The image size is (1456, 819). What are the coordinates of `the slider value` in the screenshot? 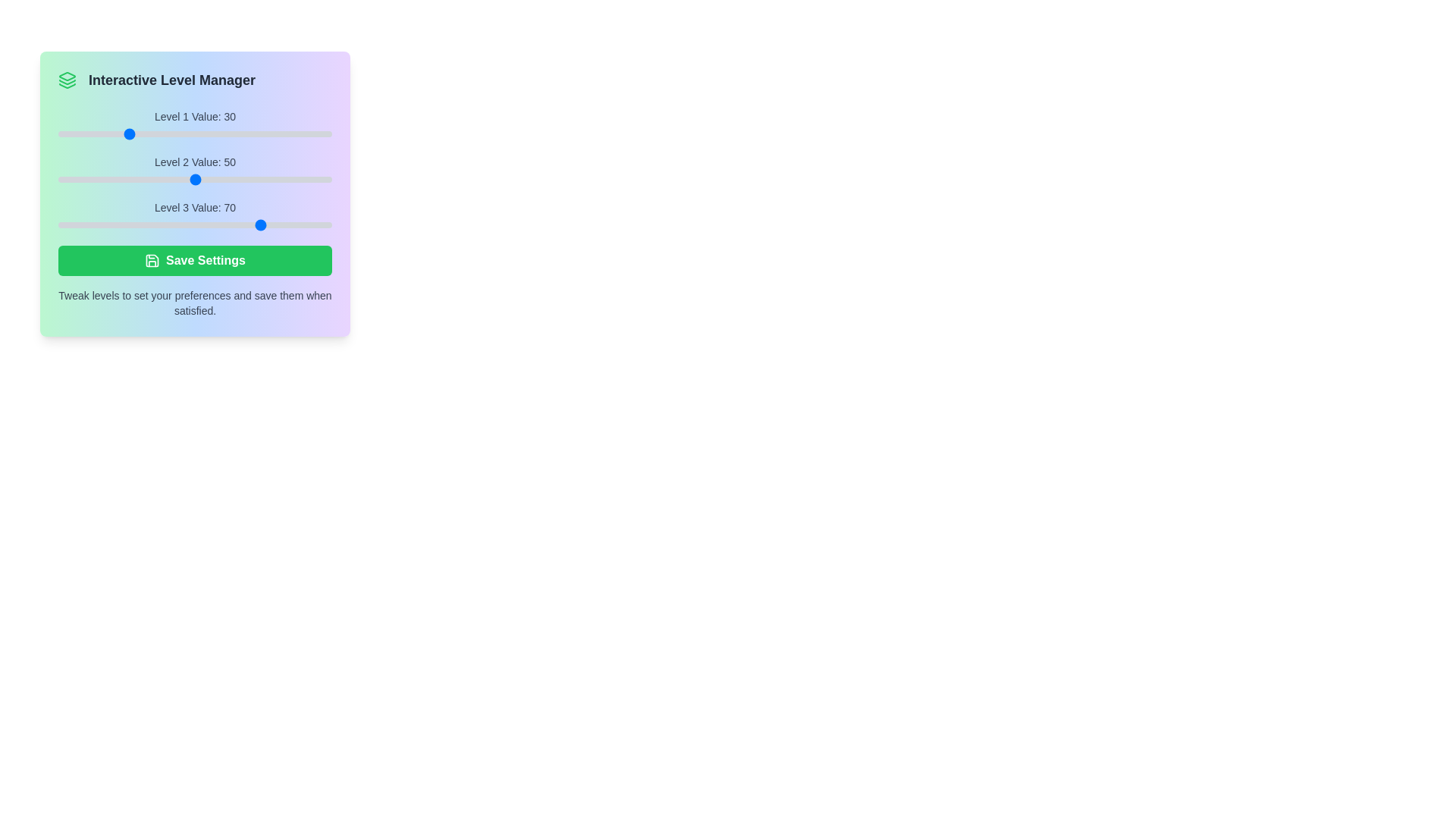 It's located at (102, 178).